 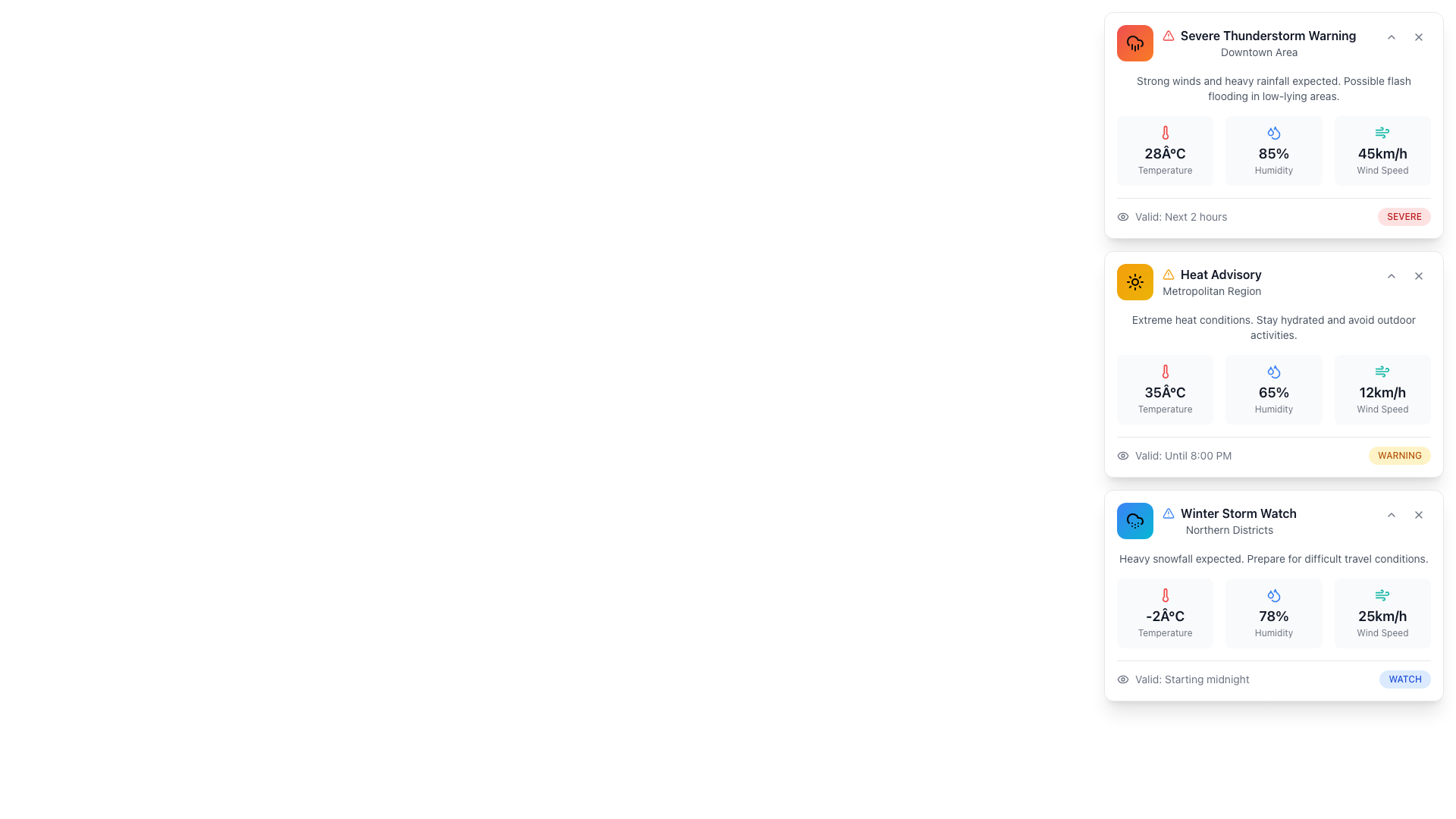 I want to click on the humidity informational card located in the middle section of the 'Heat Advisory' alert to read the current humidity percentage, so click(x=1274, y=388).